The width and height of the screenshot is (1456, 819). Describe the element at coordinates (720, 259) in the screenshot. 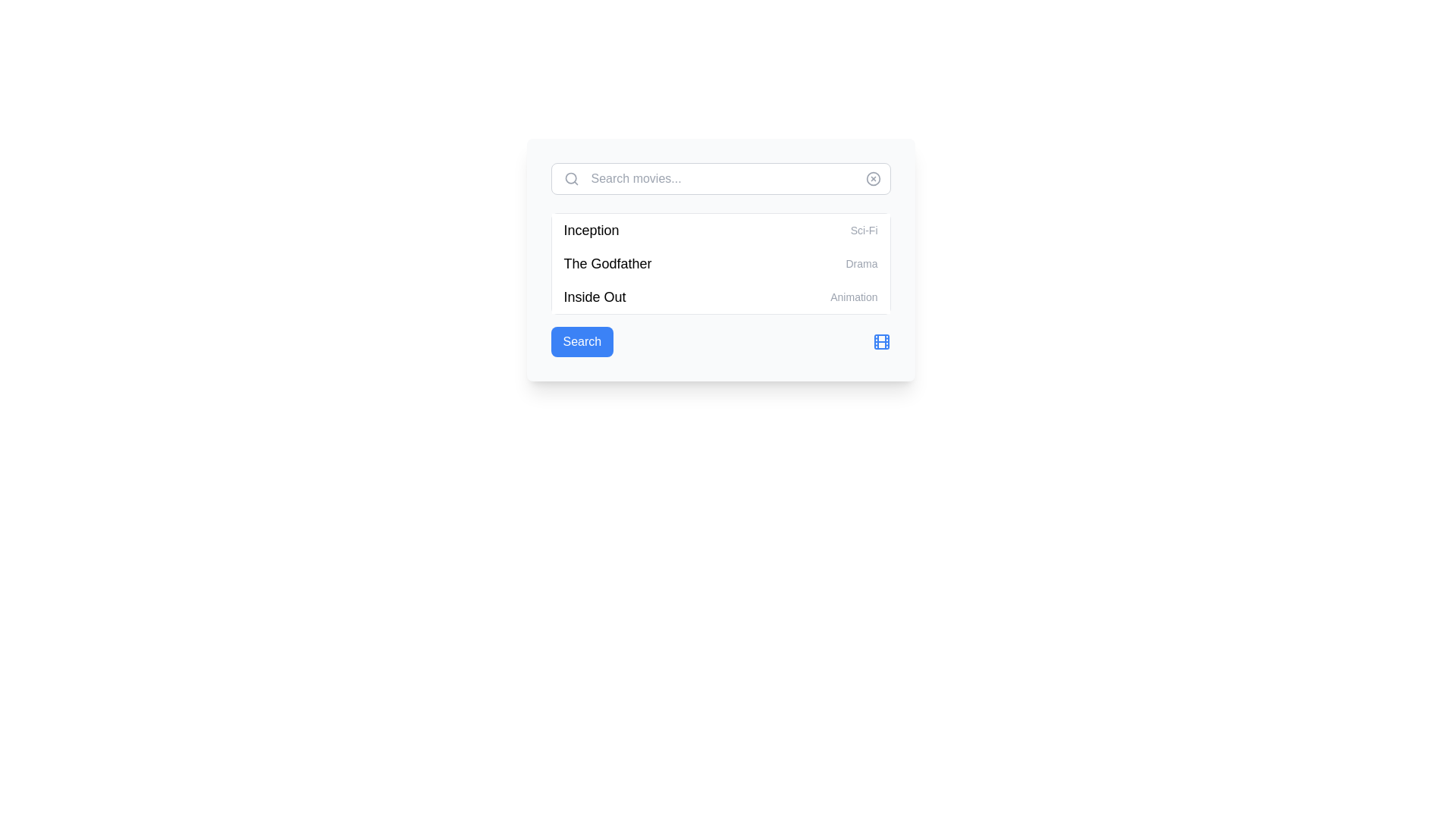

I see `the second movie entry in the suggested list` at that location.